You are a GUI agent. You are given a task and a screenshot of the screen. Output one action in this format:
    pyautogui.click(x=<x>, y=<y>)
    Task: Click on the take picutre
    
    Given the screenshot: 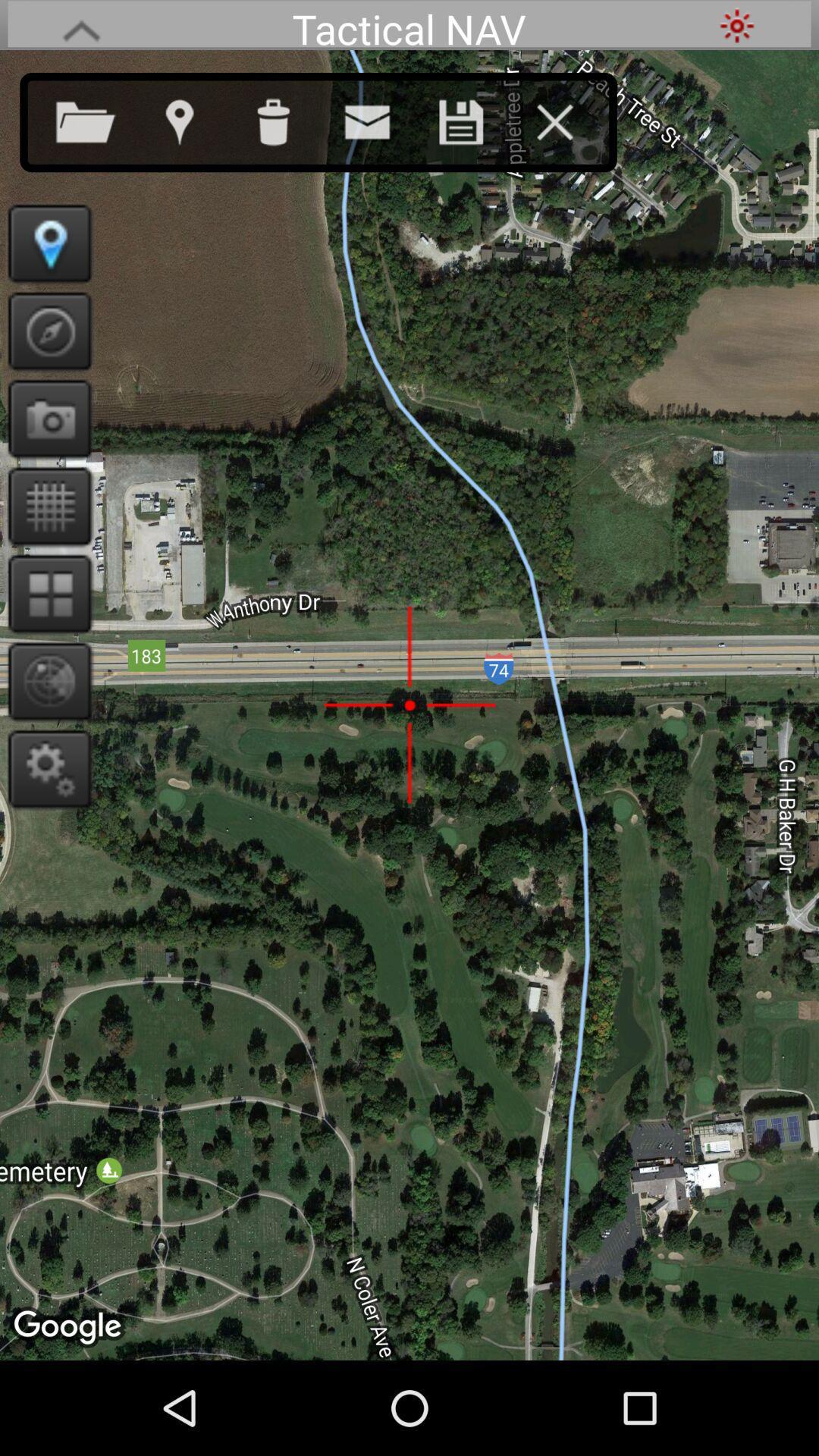 What is the action you would take?
    pyautogui.click(x=44, y=419)
    